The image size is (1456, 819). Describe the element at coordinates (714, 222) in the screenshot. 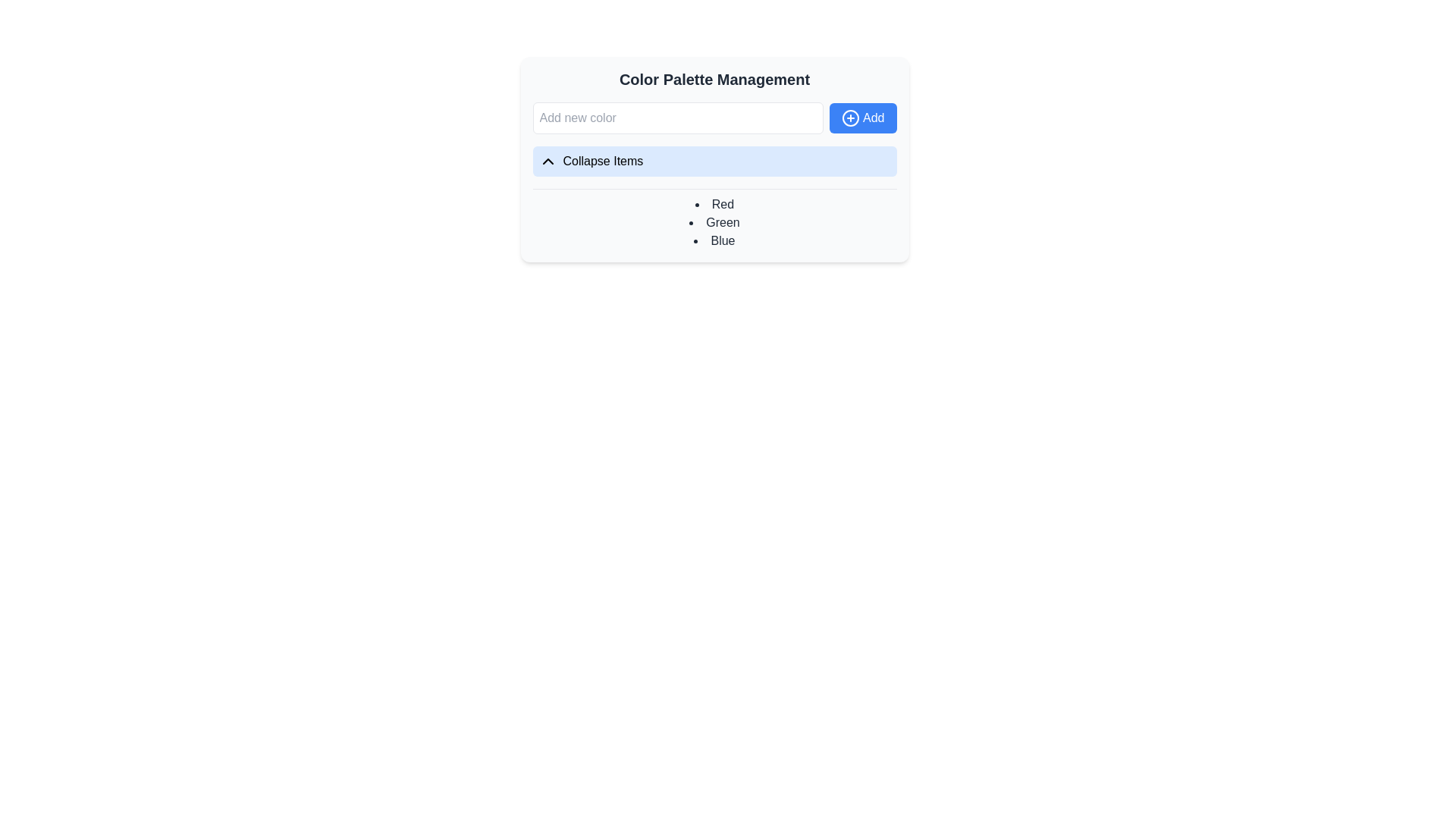

I see `the static text label indicating the color option 'Green' in the Color Palette Management section, which is the second item in a list of three color options` at that location.